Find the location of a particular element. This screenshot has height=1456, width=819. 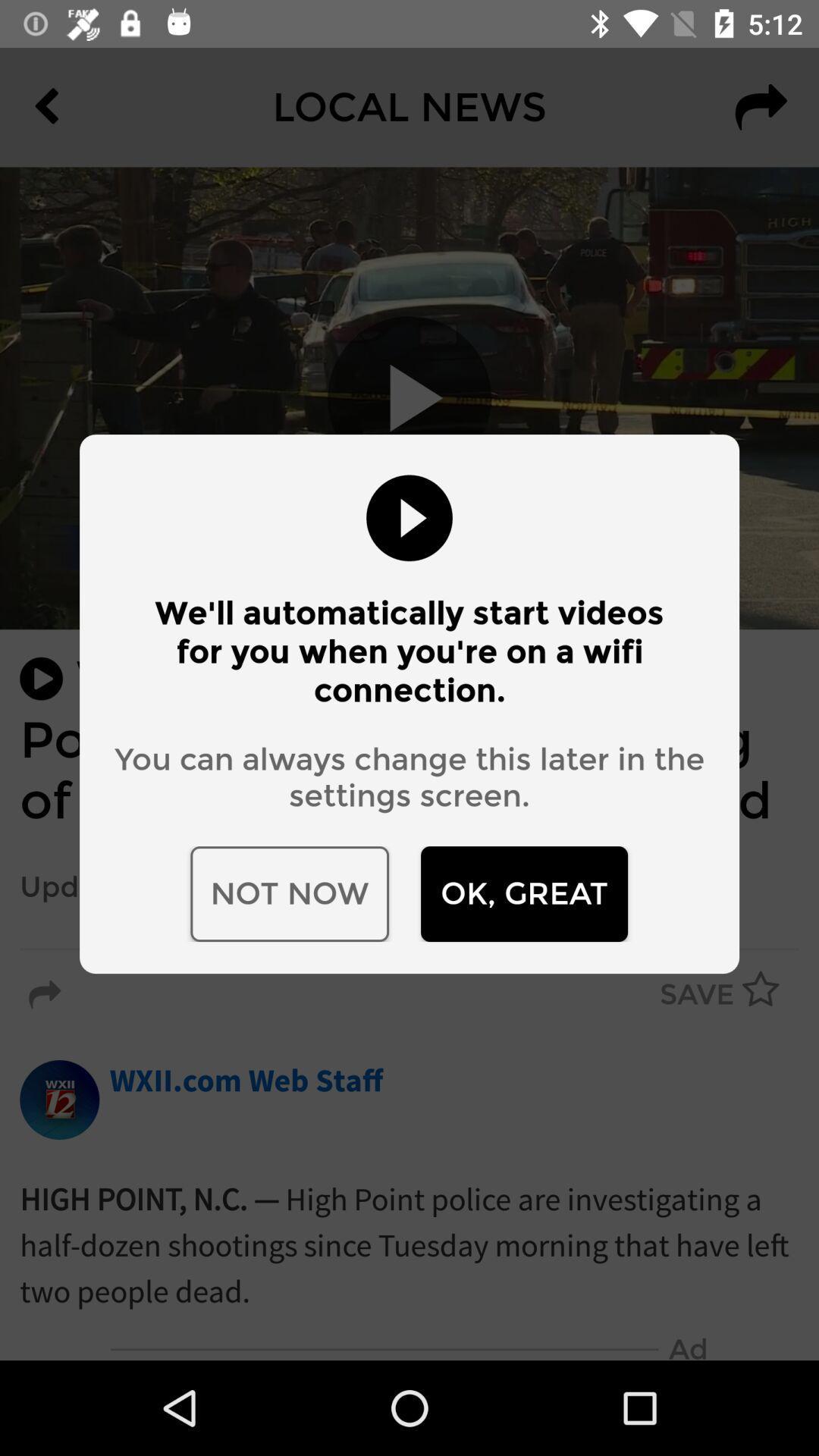

the redo icon is located at coordinates (761, 106).